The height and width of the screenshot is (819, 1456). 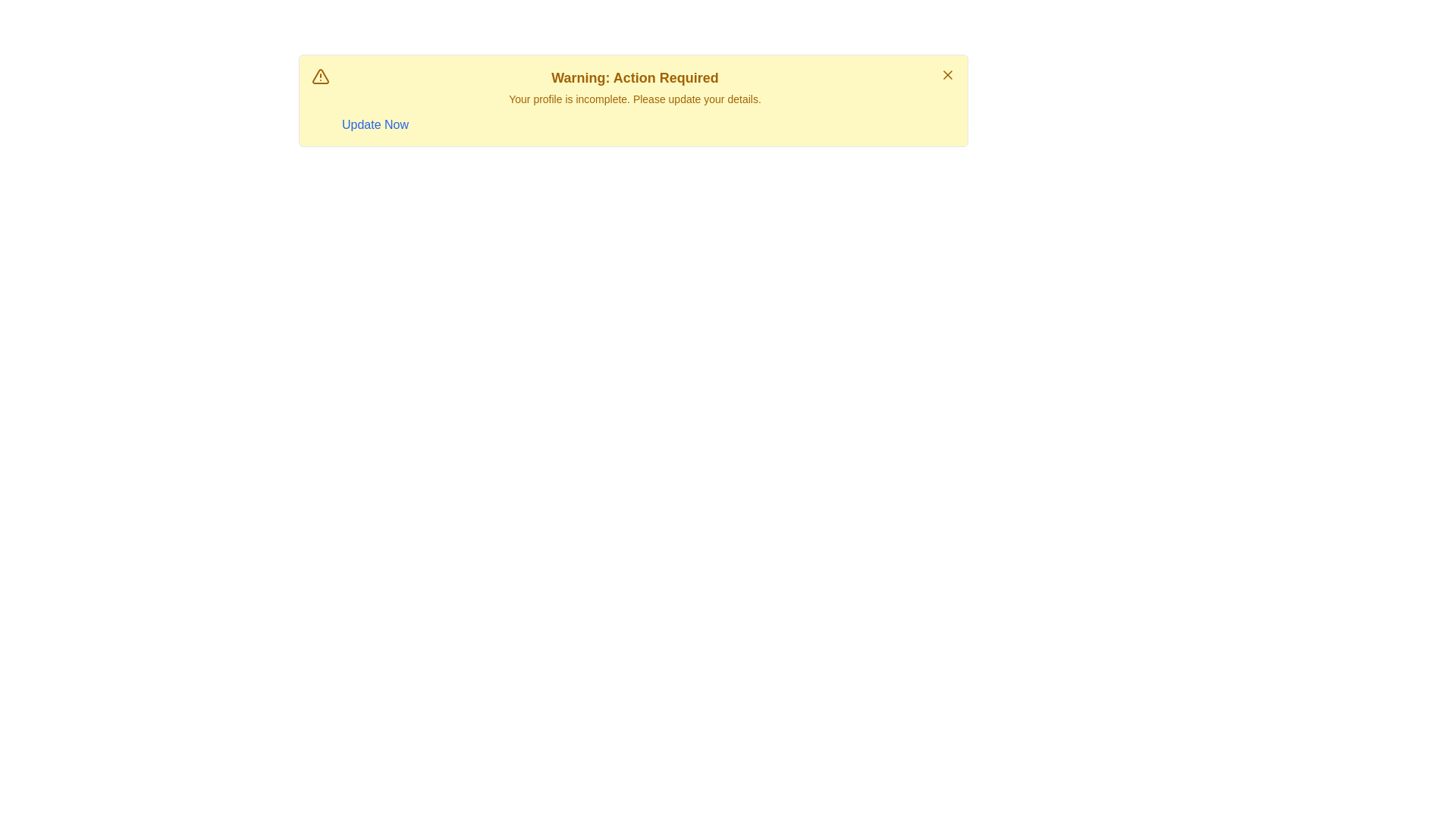 What do you see at coordinates (375, 124) in the screenshot?
I see `the 'Update Now' hyperlink, which is a blue text link located in the alert box with a yellow background, to observe the visual transition effect` at bounding box center [375, 124].